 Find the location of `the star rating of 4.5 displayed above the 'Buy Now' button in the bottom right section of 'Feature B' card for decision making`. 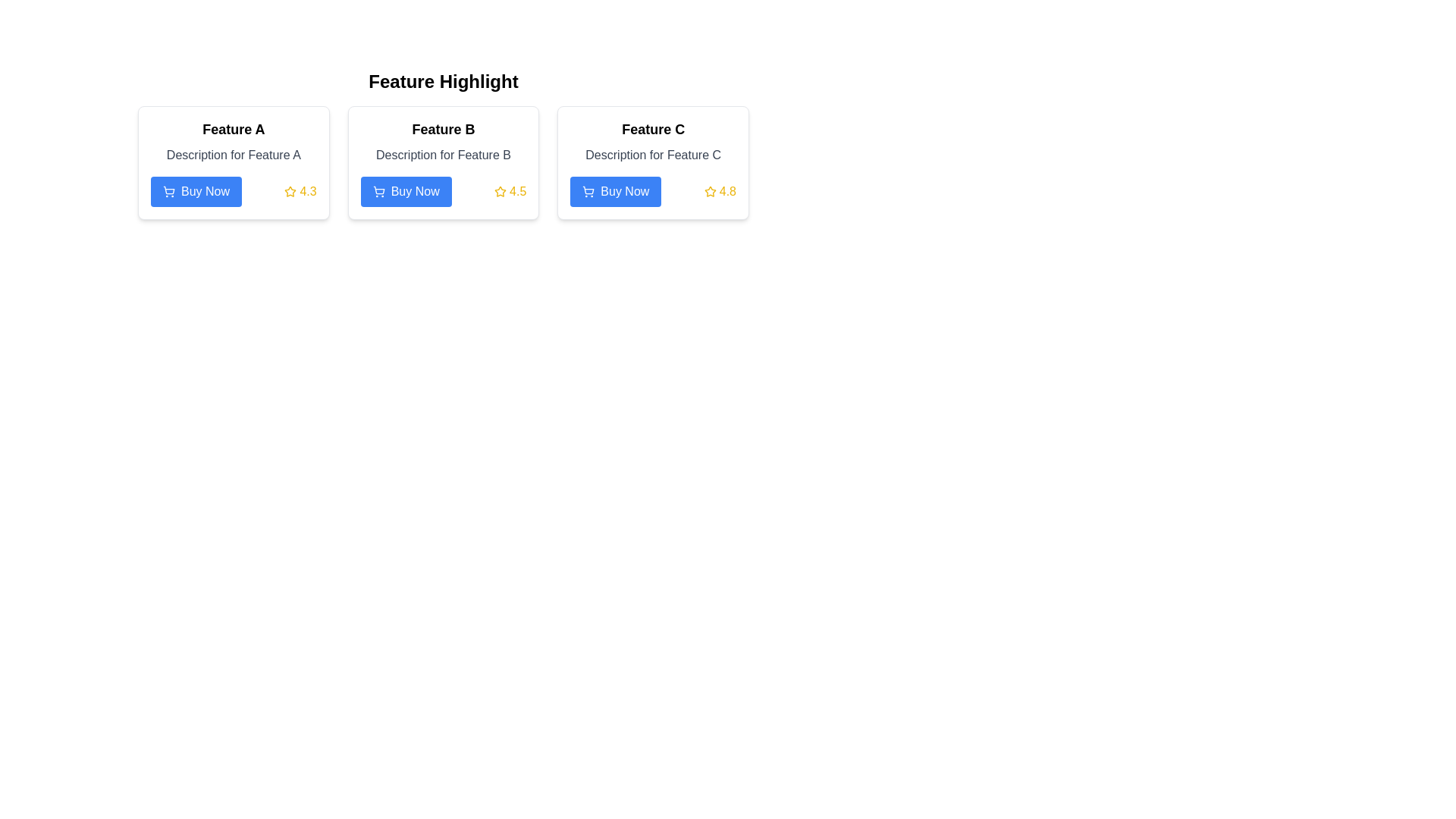

the star rating of 4.5 displayed above the 'Buy Now' button in the bottom right section of 'Feature B' card for decision making is located at coordinates (443, 191).